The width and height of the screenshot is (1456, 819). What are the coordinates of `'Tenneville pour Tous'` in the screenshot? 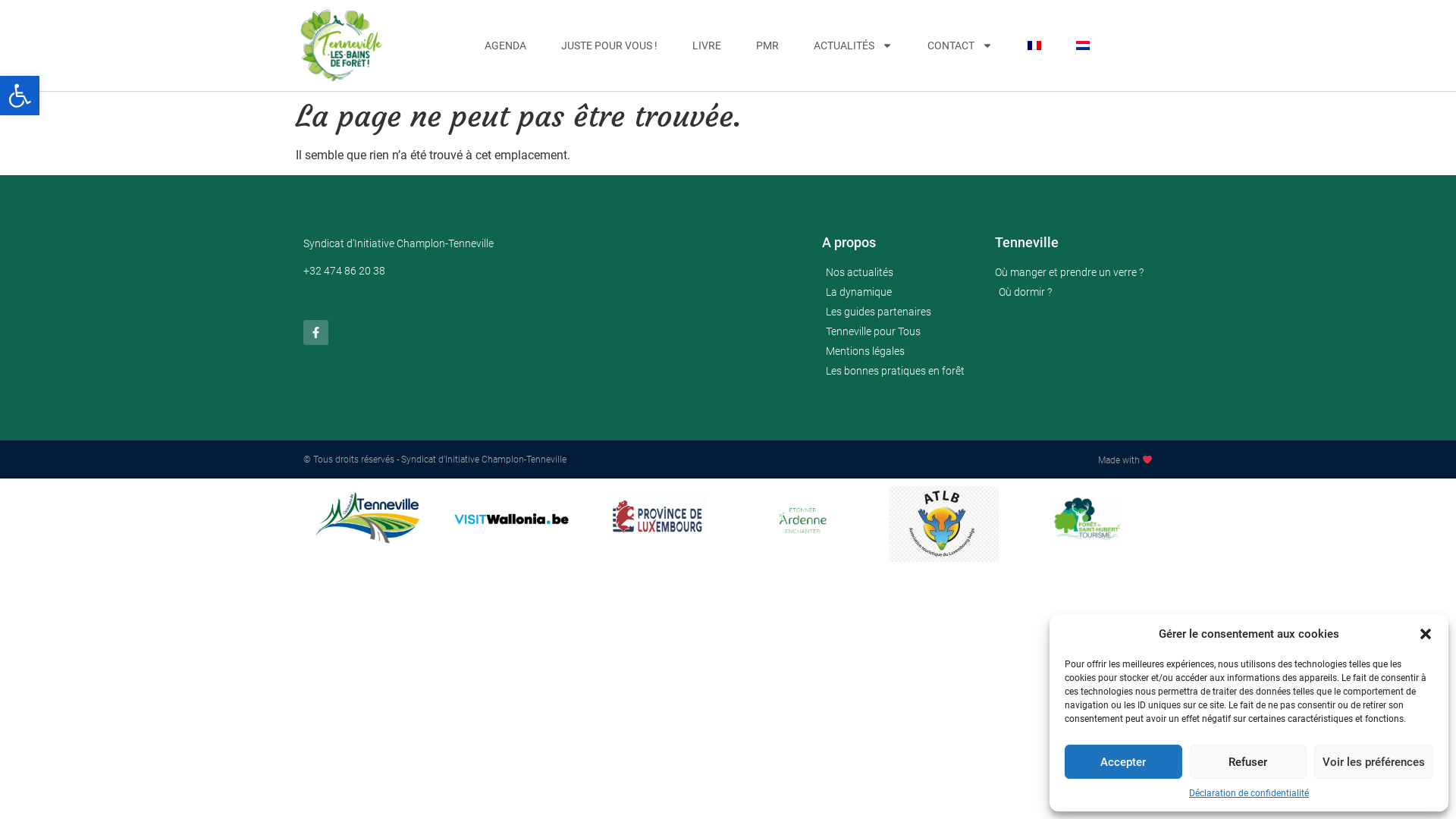 It's located at (901, 331).